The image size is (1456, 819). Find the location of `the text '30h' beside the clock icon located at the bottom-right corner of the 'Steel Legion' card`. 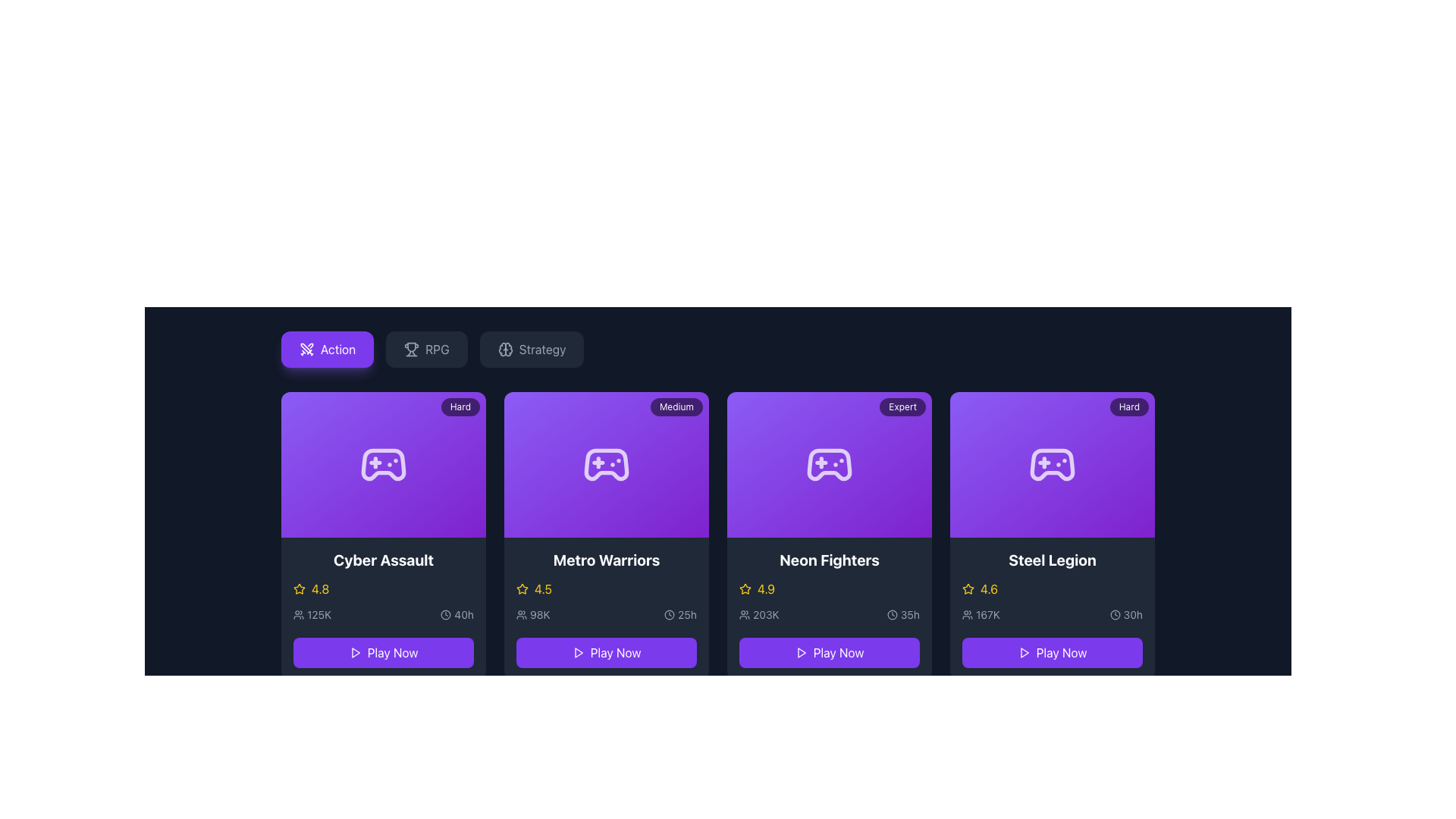

the text '30h' beside the clock icon located at the bottom-right corner of the 'Steel Legion' card is located at coordinates (1126, 614).